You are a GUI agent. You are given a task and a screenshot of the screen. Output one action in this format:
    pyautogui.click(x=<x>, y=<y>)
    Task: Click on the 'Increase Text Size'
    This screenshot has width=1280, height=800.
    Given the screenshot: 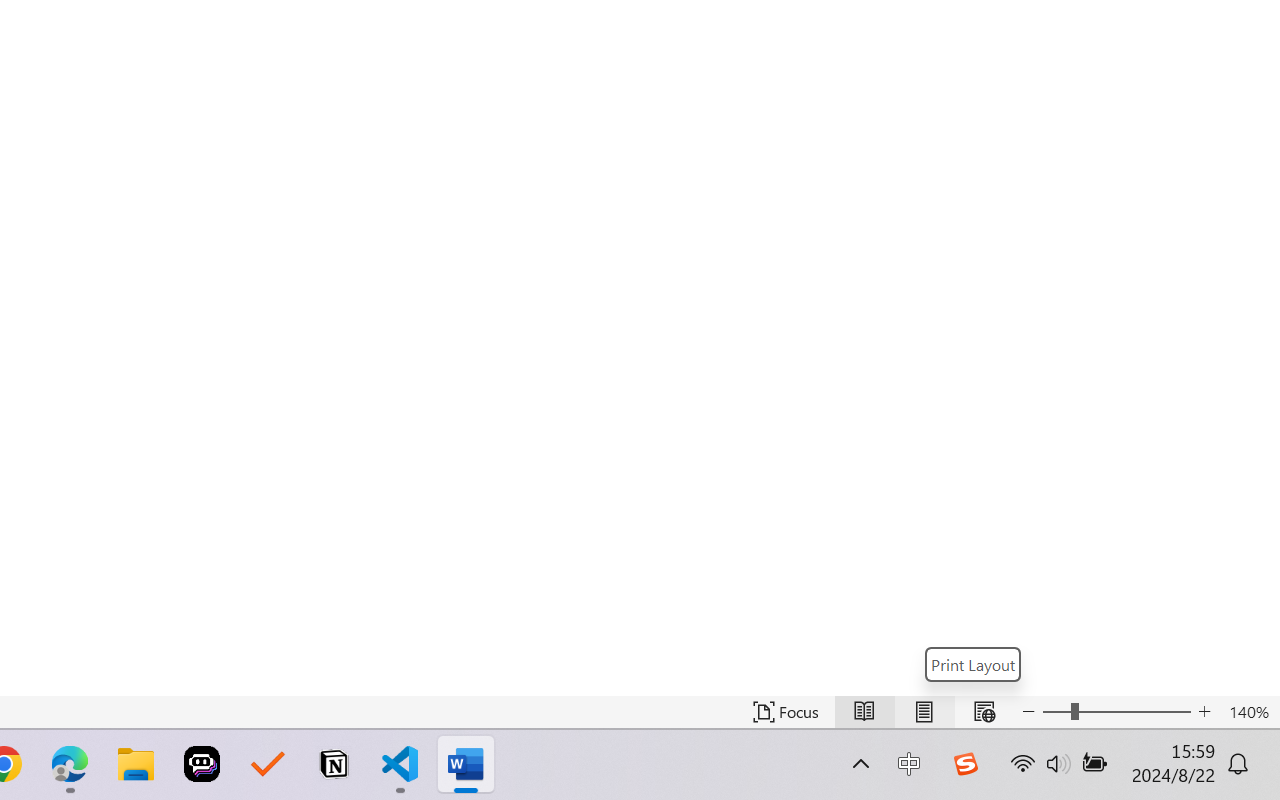 What is the action you would take?
    pyautogui.click(x=1204, y=711)
    